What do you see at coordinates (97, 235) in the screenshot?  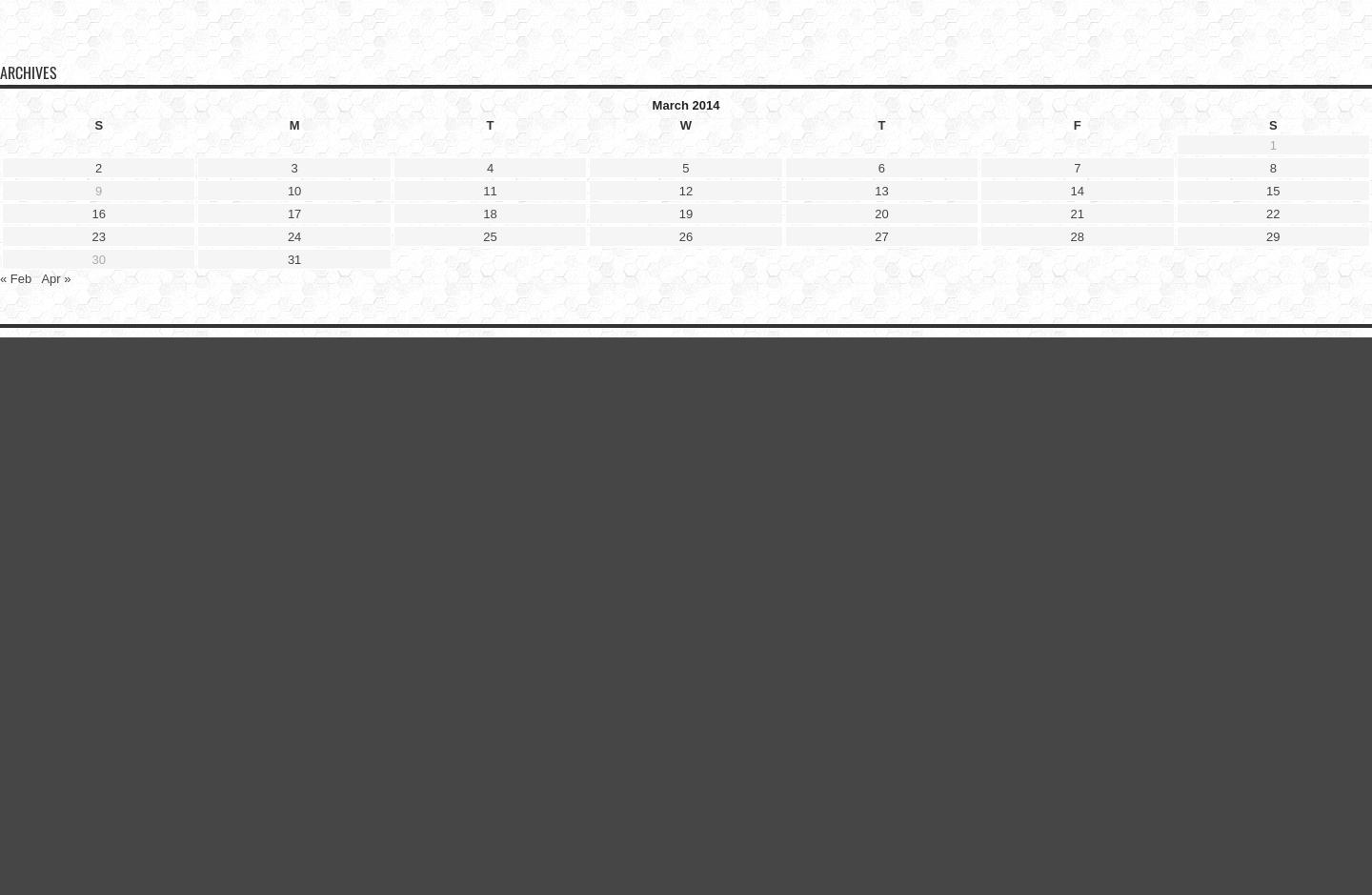 I see `'23'` at bounding box center [97, 235].